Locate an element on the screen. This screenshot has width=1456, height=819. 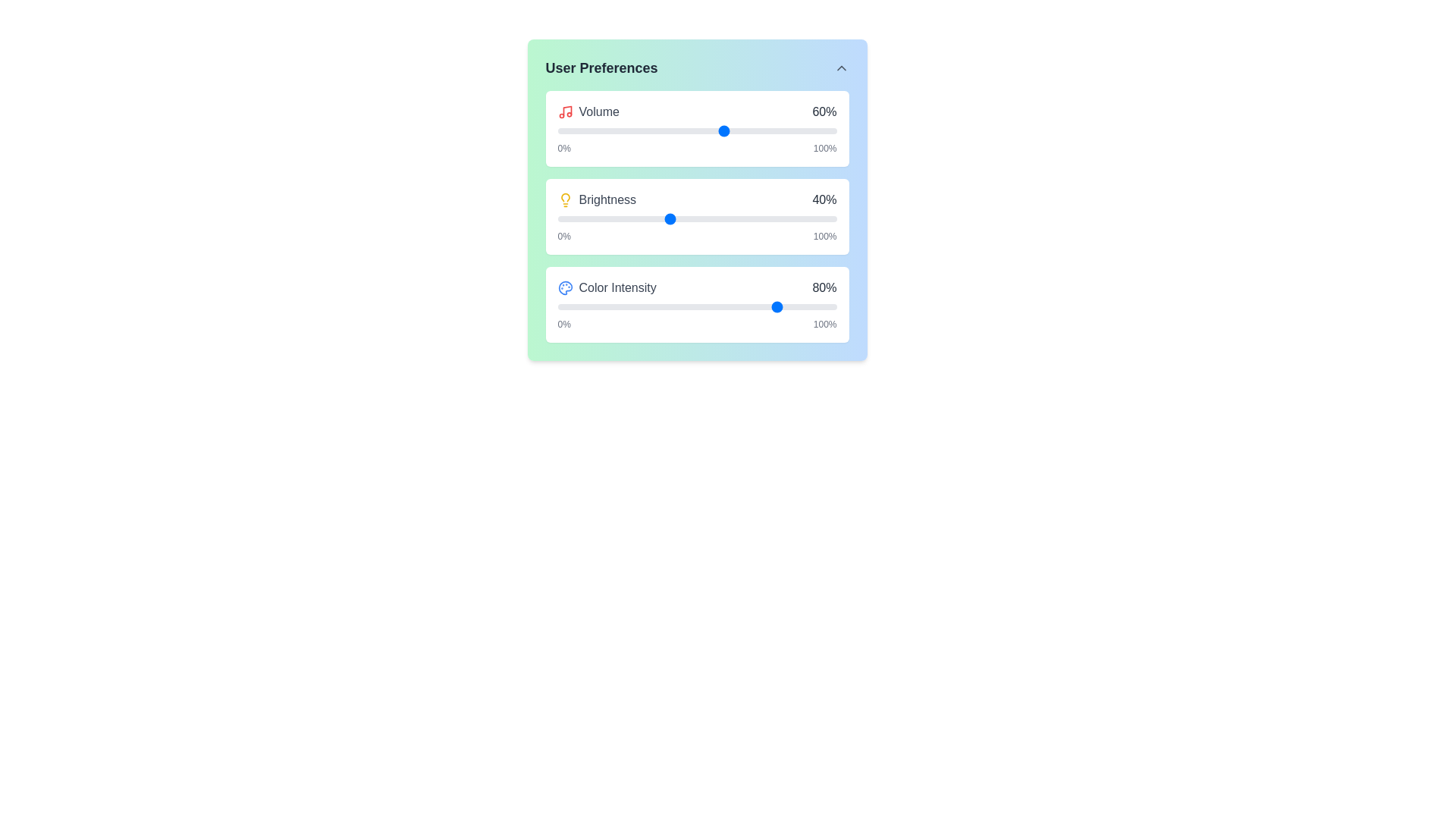
the volume is located at coordinates (742, 130).